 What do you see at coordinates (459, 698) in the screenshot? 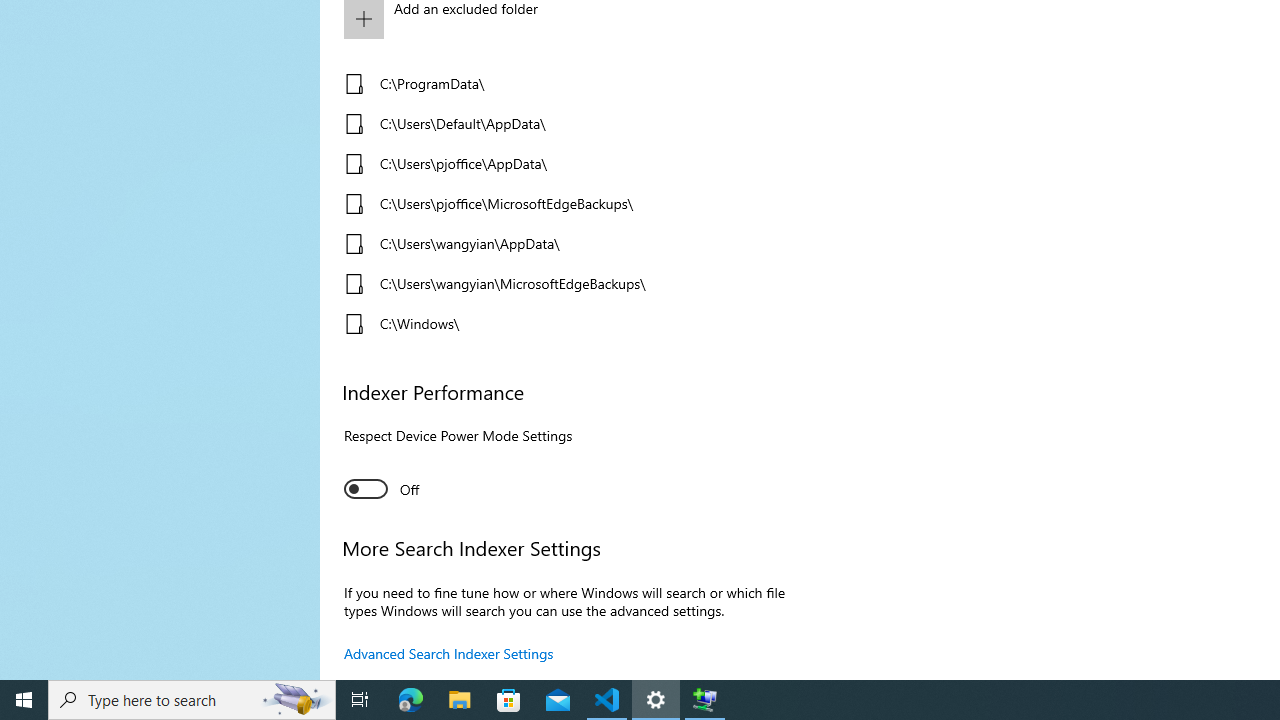
I see `'File Explorer'` at bounding box center [459, 698].